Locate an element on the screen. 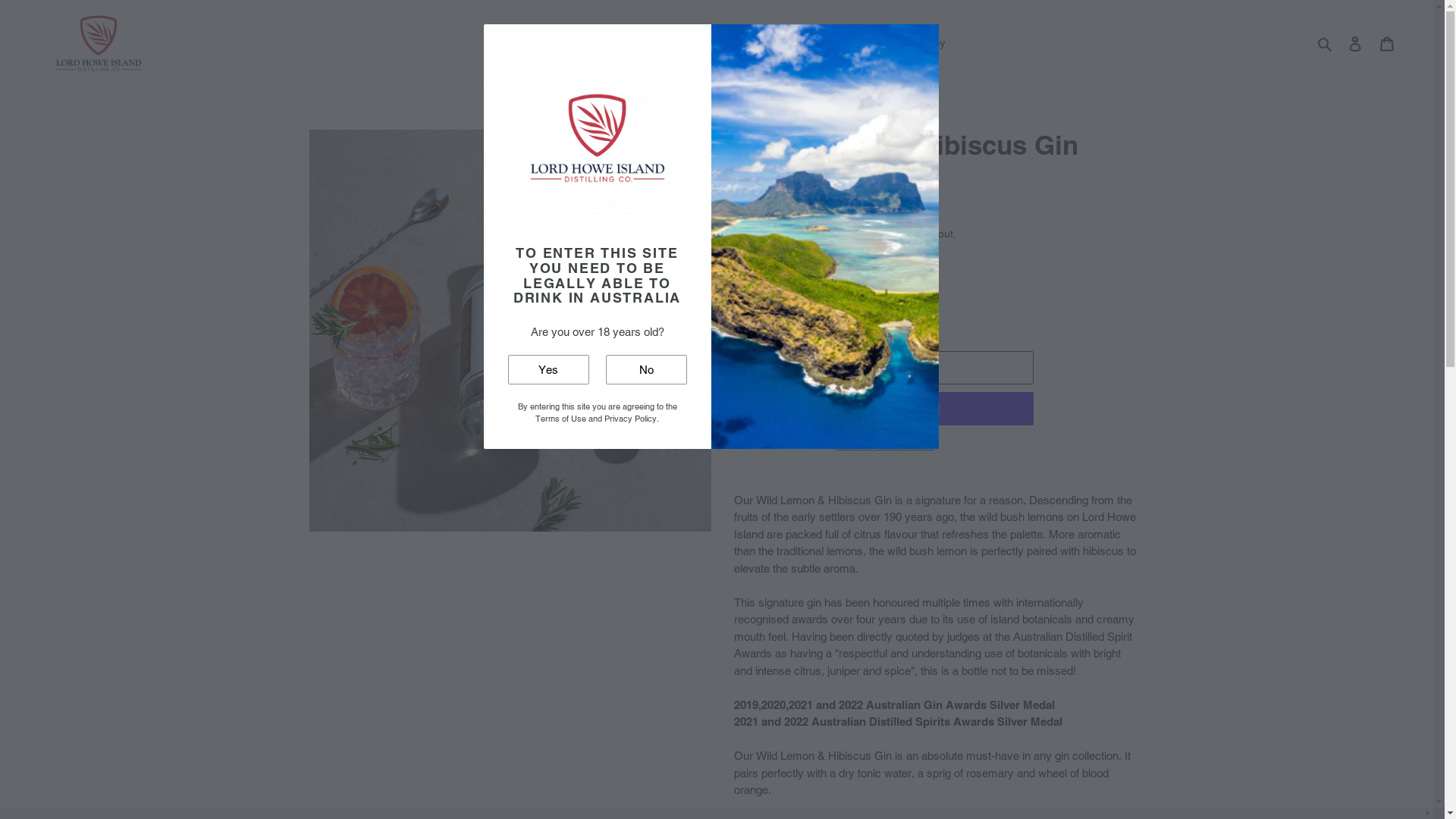  'Log in' is located at coordinates (1354, 42).